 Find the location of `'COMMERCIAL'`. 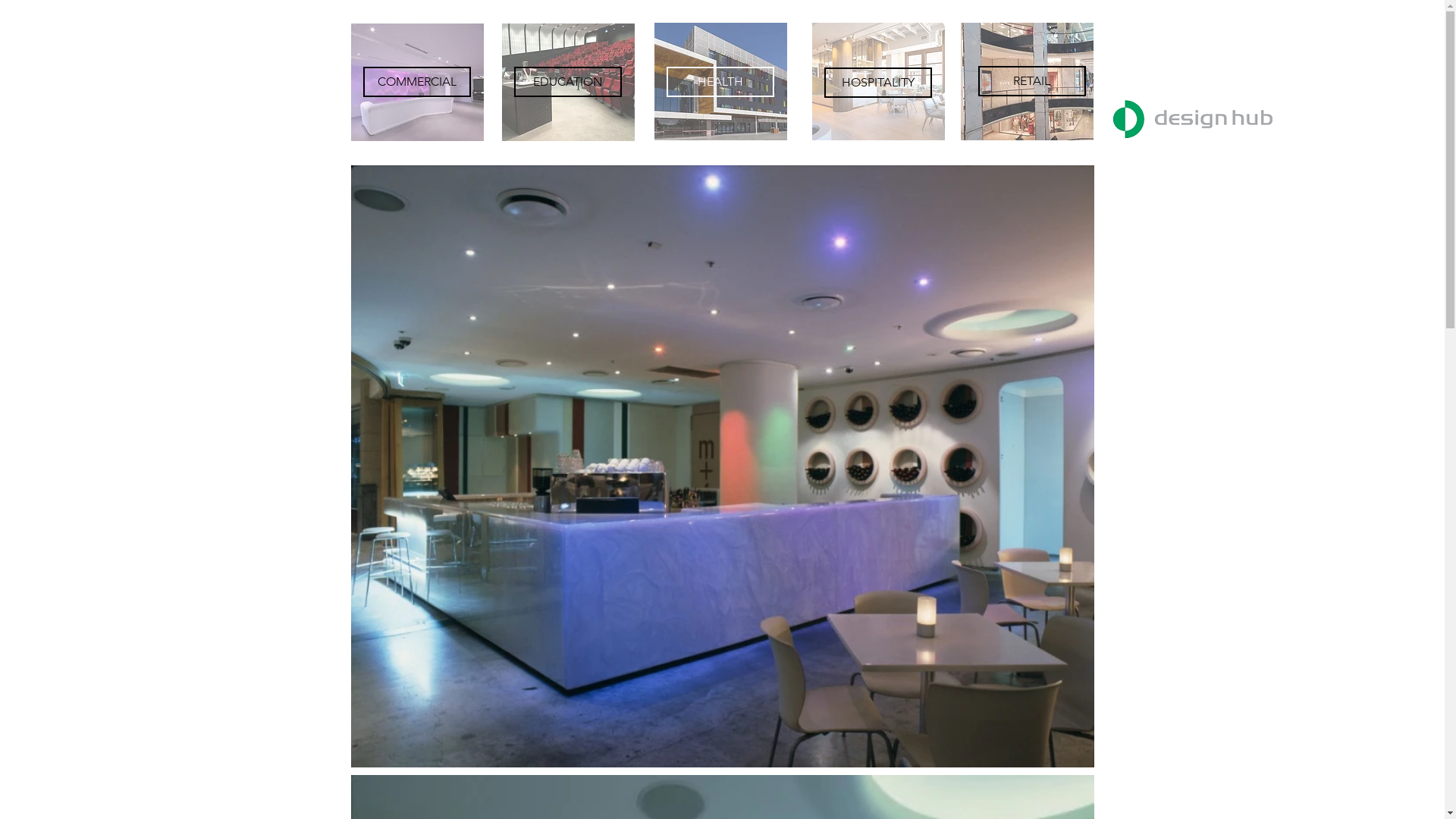

'COMMERCIAL' is located at coordinates (416, 82).